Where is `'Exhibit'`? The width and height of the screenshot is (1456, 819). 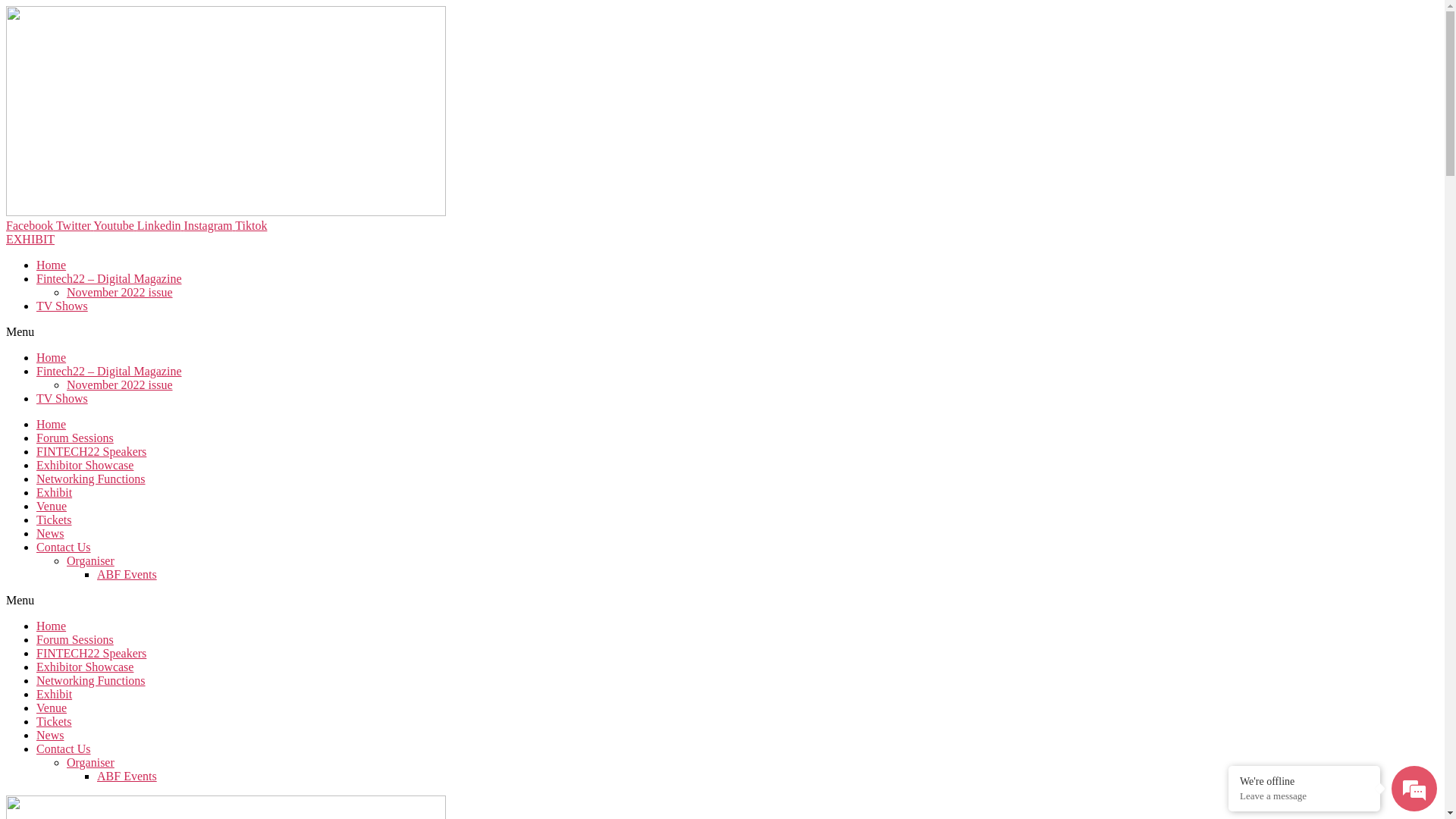 'Exhibit' is located at coordinates (54, 694).